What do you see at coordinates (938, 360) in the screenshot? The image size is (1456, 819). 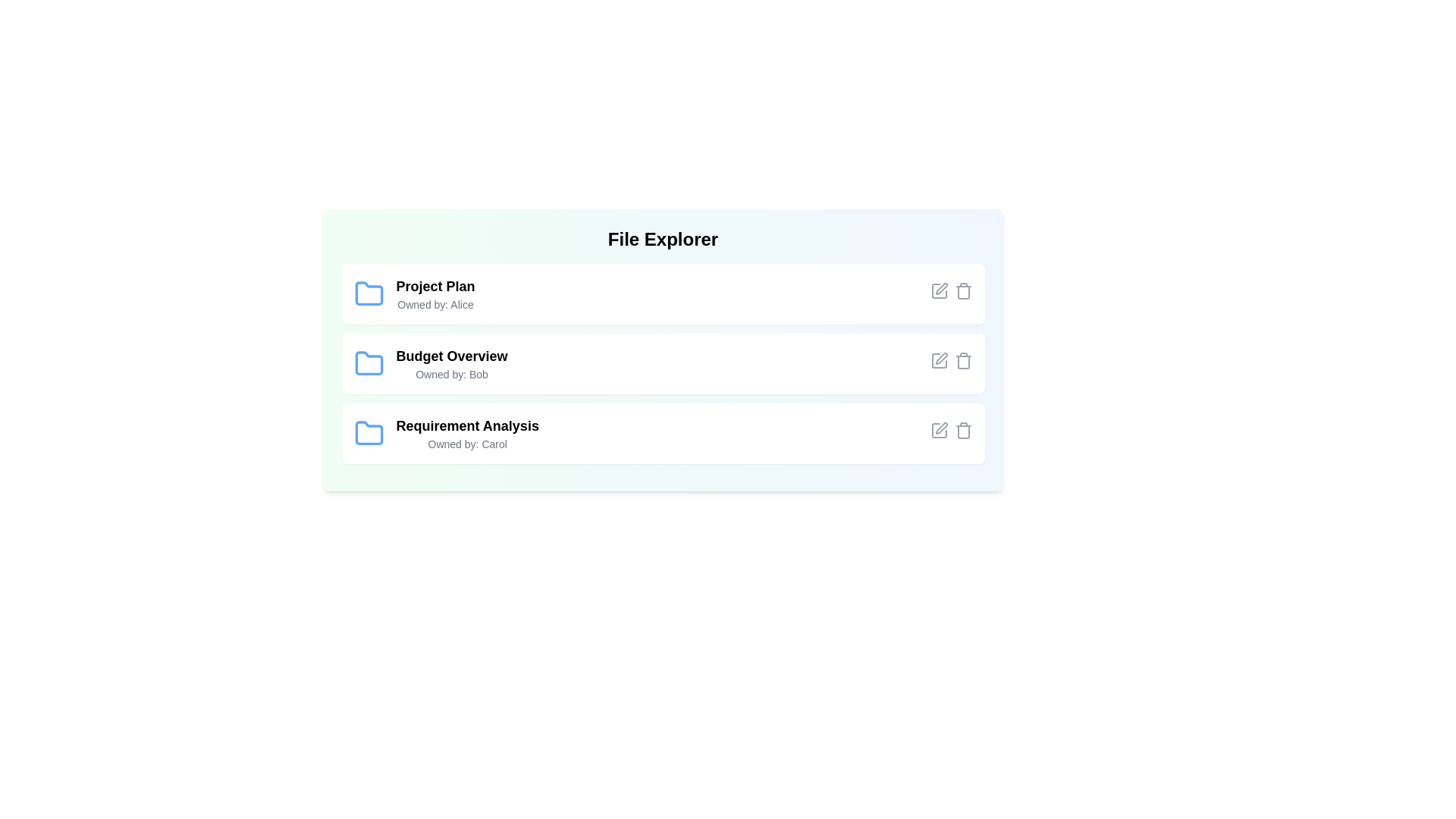 I see `the edit icon for the file Budget Overview` at bounding box center [938, 360].